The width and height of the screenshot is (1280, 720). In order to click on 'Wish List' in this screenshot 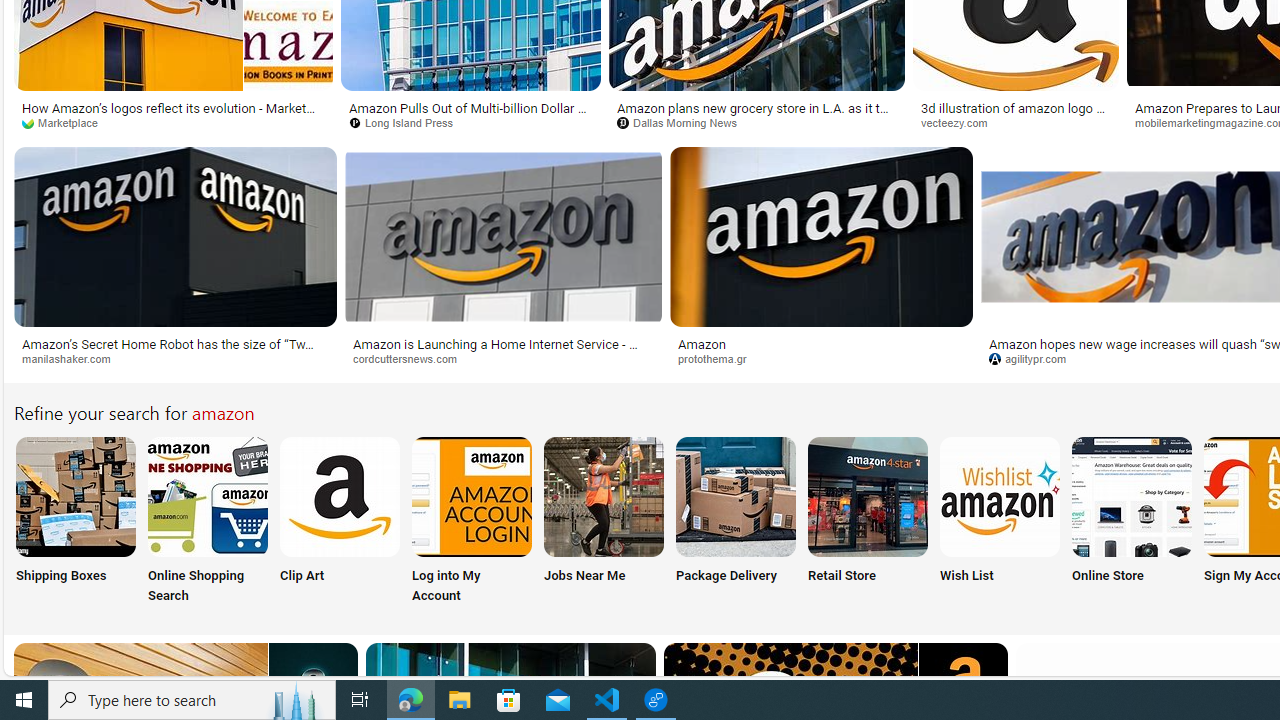, I will do `click(999, 521)`.